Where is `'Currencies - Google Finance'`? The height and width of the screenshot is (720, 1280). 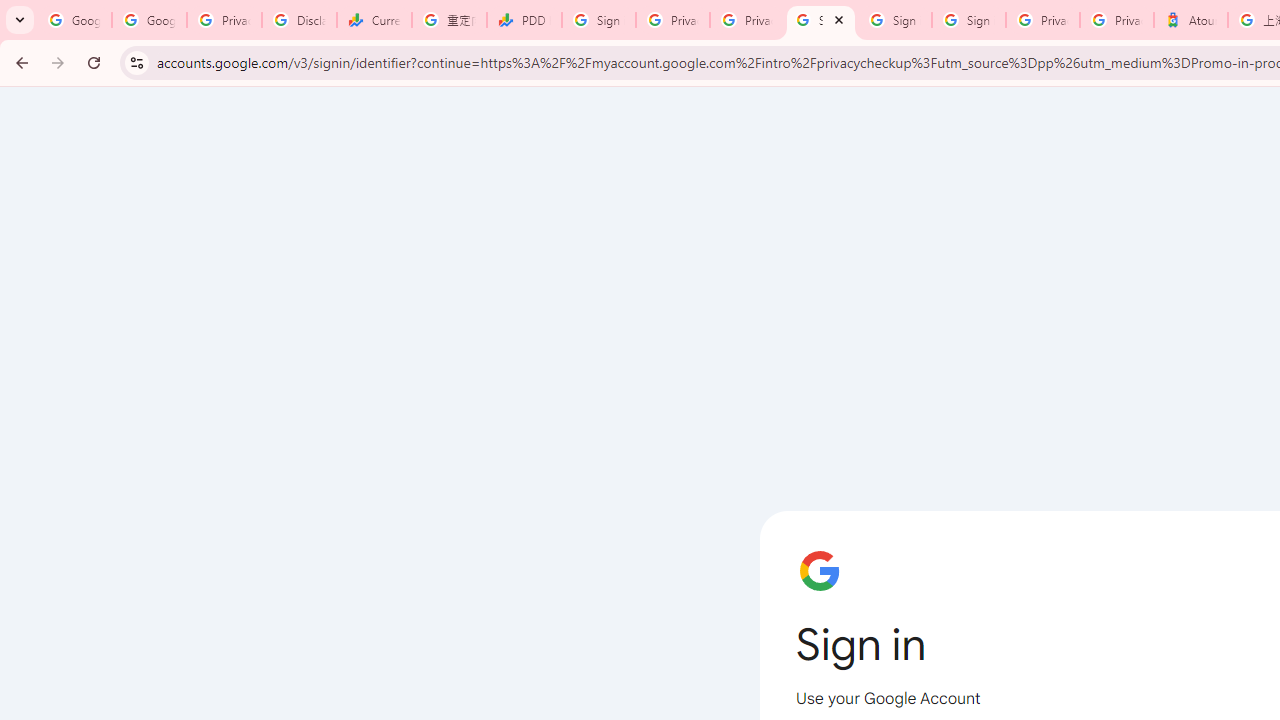 'Currencies - Google Finance' is located at coordinates (374, 20).